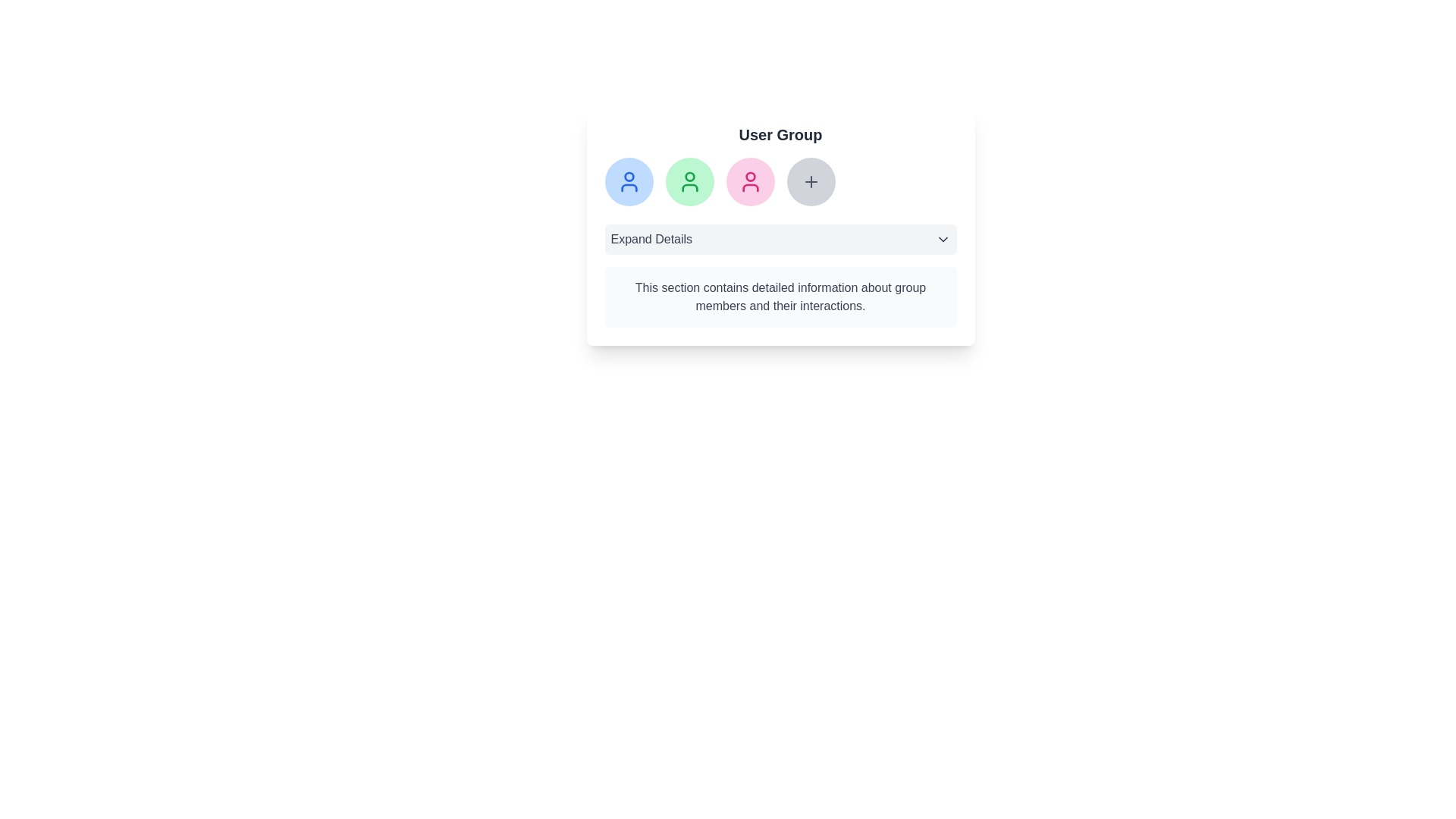  I want to click on the green outlined person icon located in the second position of the horizontal row of icons, so click(689, 180).